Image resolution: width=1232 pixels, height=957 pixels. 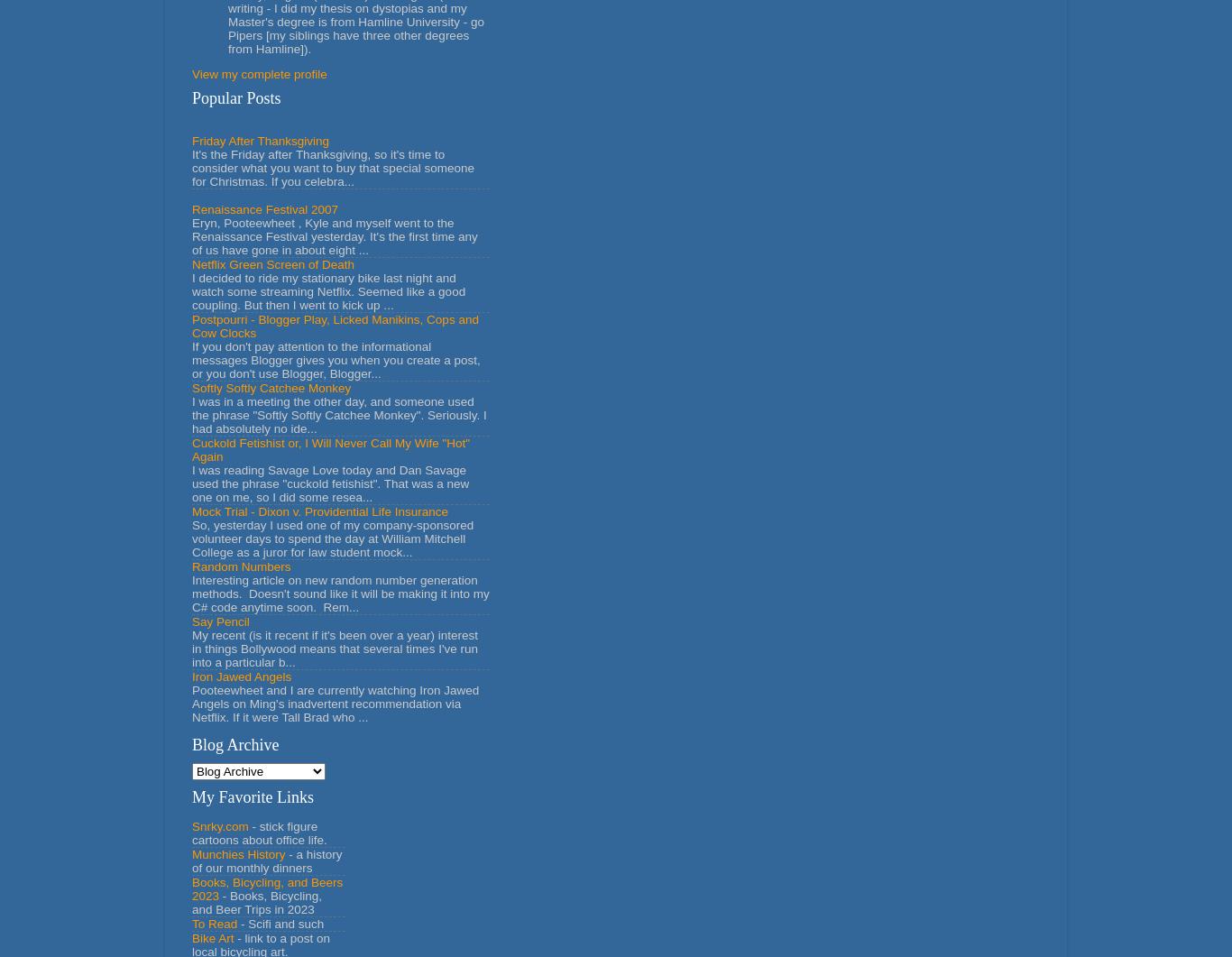 I want to click on 'Cuckold Fetishist or, I Will Never Call My Wife "Hot" Again', so click(x=330, y=449).